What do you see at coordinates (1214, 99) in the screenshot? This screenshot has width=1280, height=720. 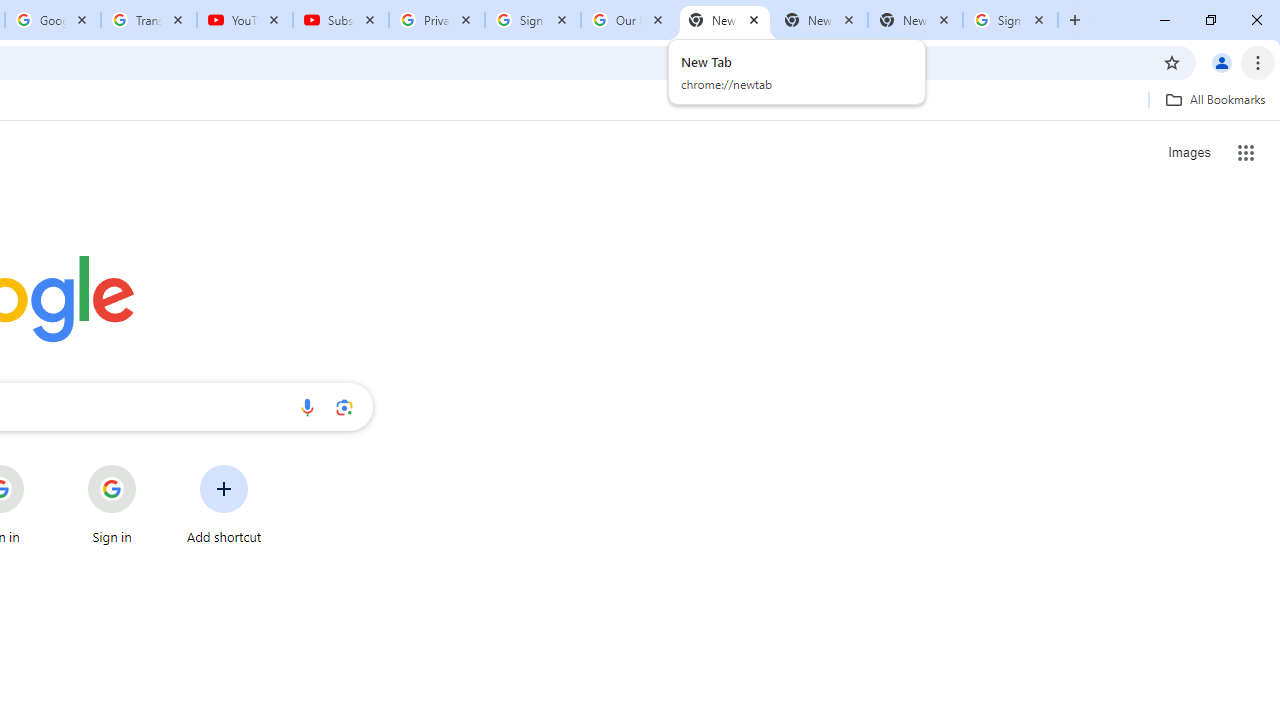 I see `'All Bookmarks'` at bounding box center [1214, 99].